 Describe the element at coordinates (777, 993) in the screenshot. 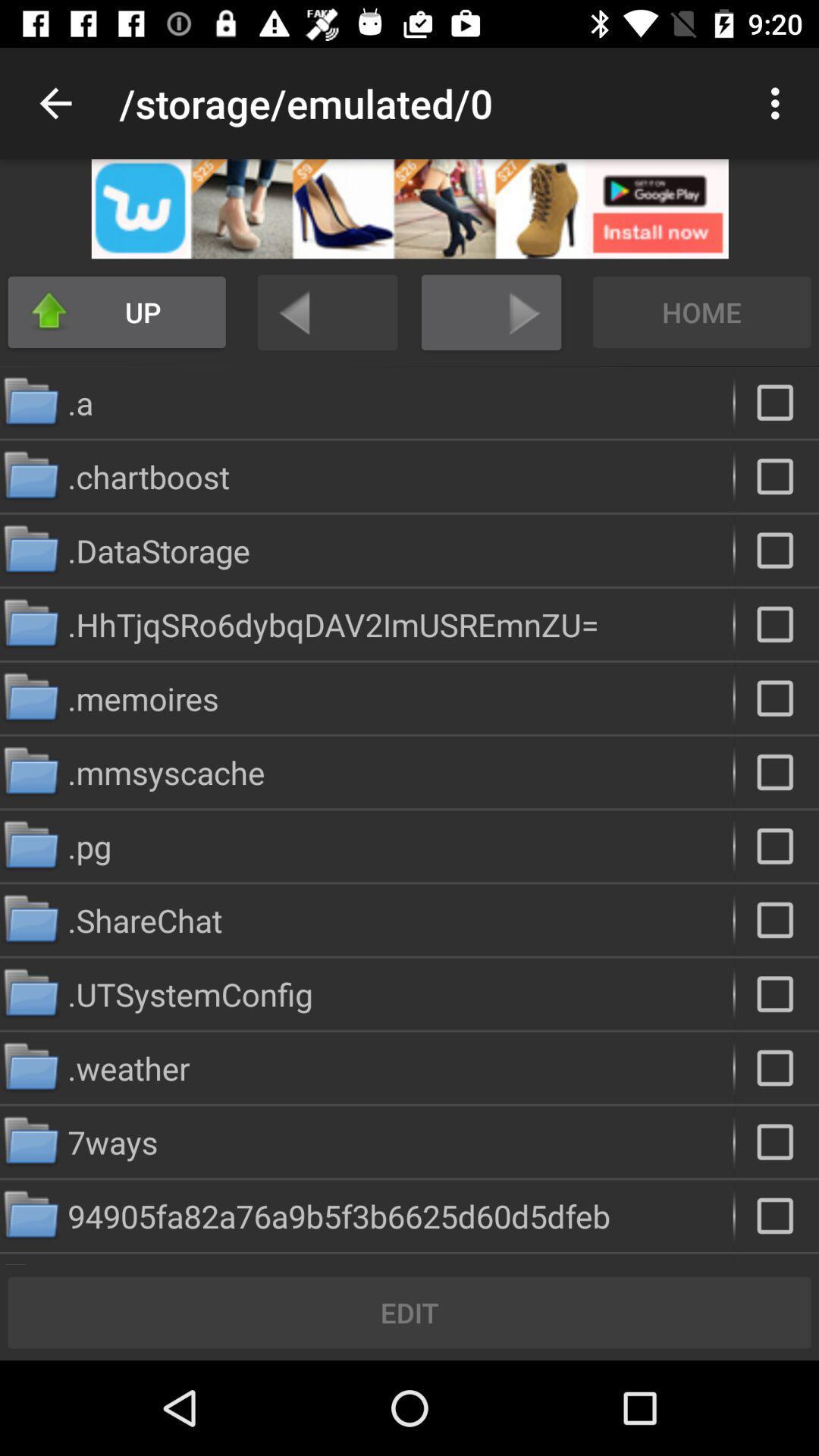

I see `folder selected` at that location.